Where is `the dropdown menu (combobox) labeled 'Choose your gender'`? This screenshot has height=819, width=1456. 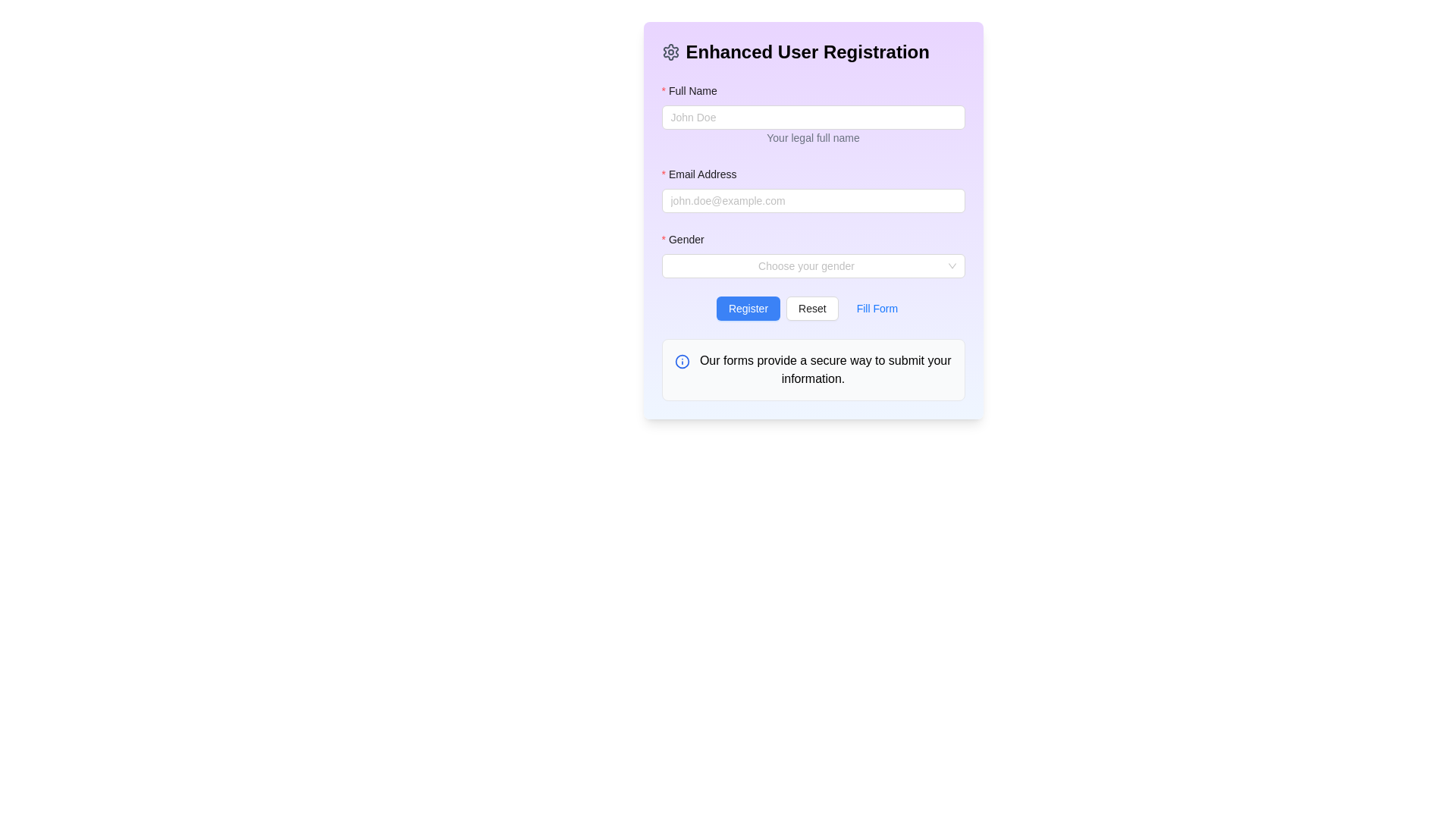
the dropdown menu (combobox) labeled 'Choose your gender' is located at coordinates (812, 265).